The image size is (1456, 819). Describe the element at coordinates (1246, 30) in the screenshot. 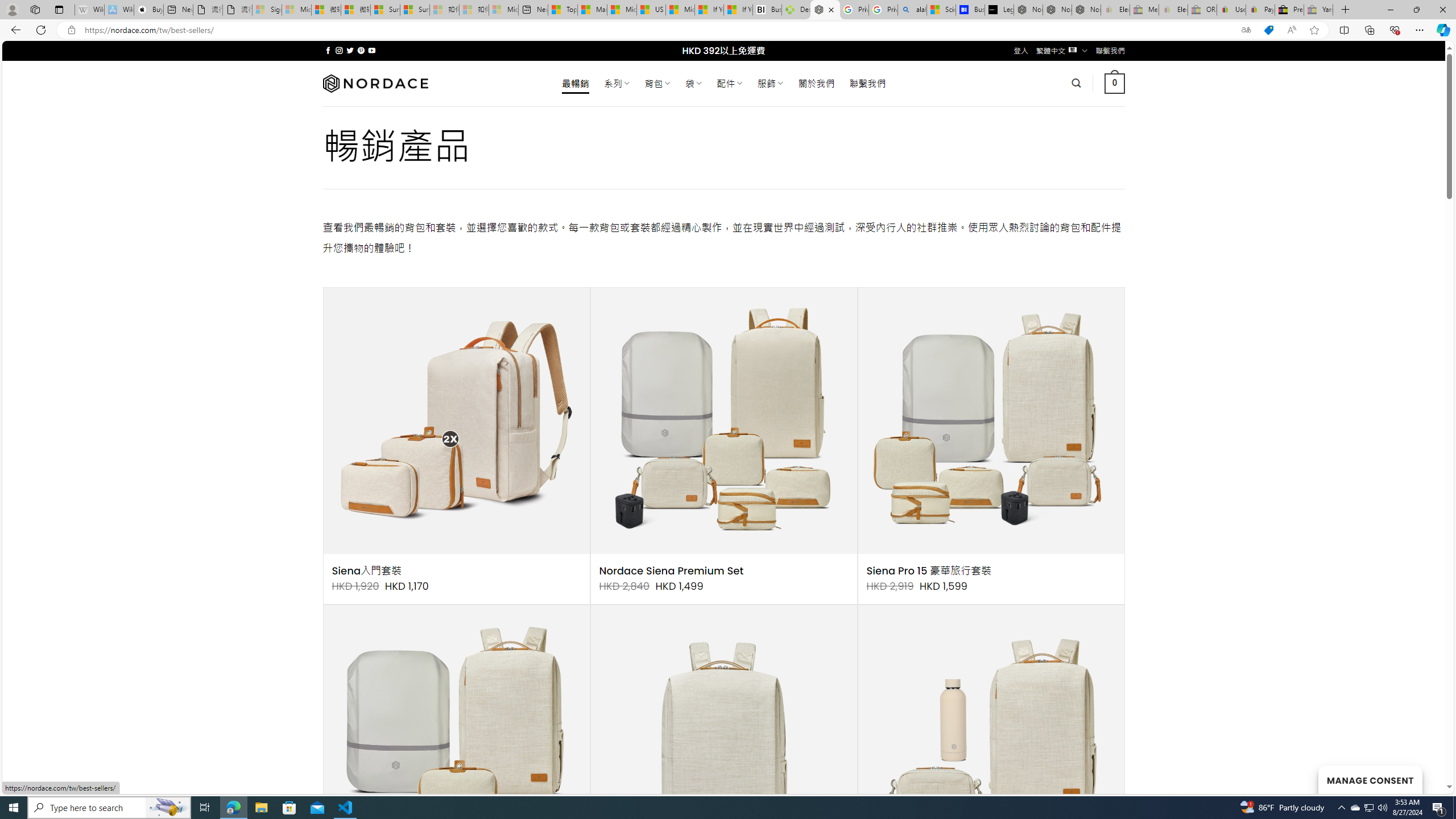

I see `'Show translate options'` at that location.